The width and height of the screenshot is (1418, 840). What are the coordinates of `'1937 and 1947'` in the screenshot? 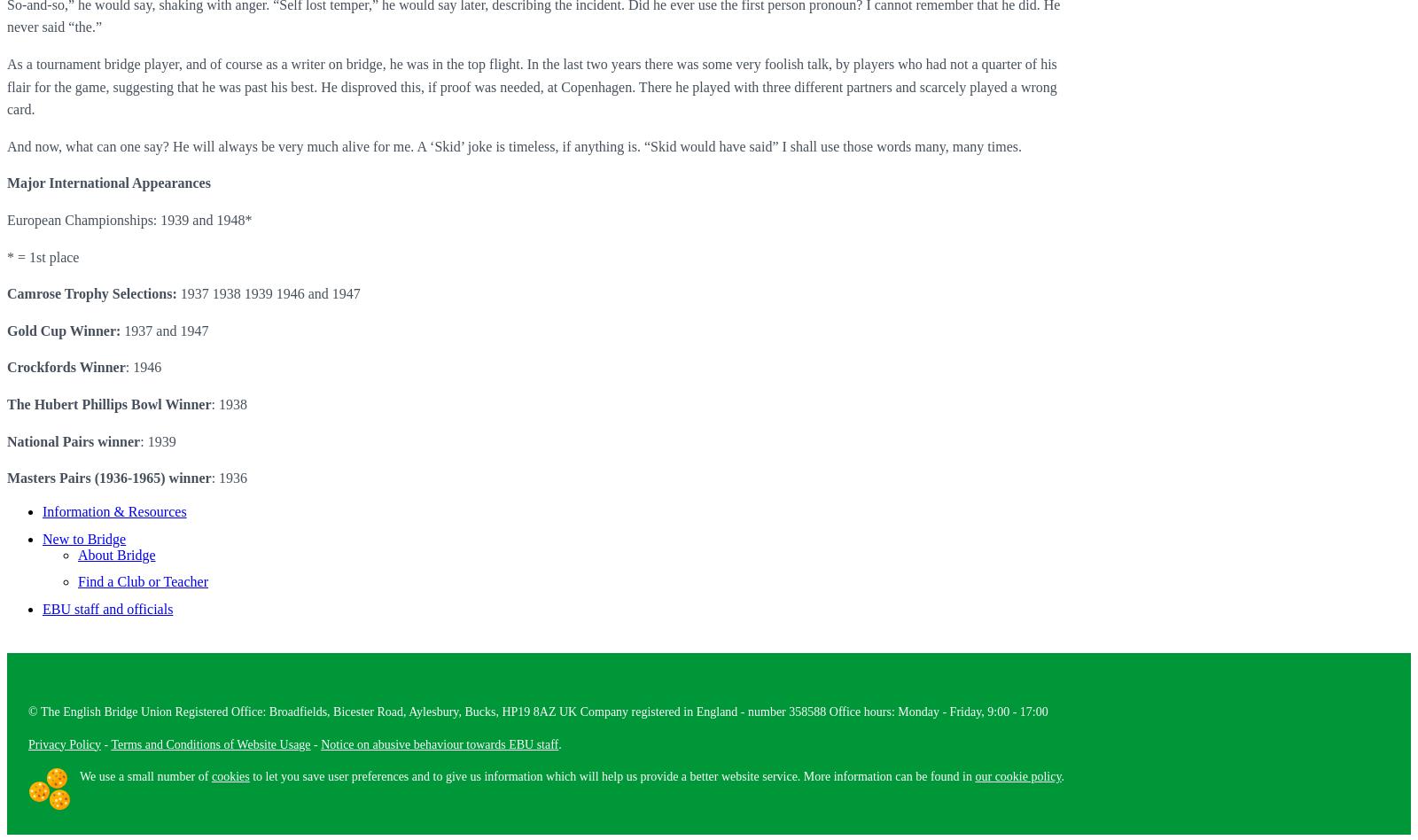 It's located at (163, 329).